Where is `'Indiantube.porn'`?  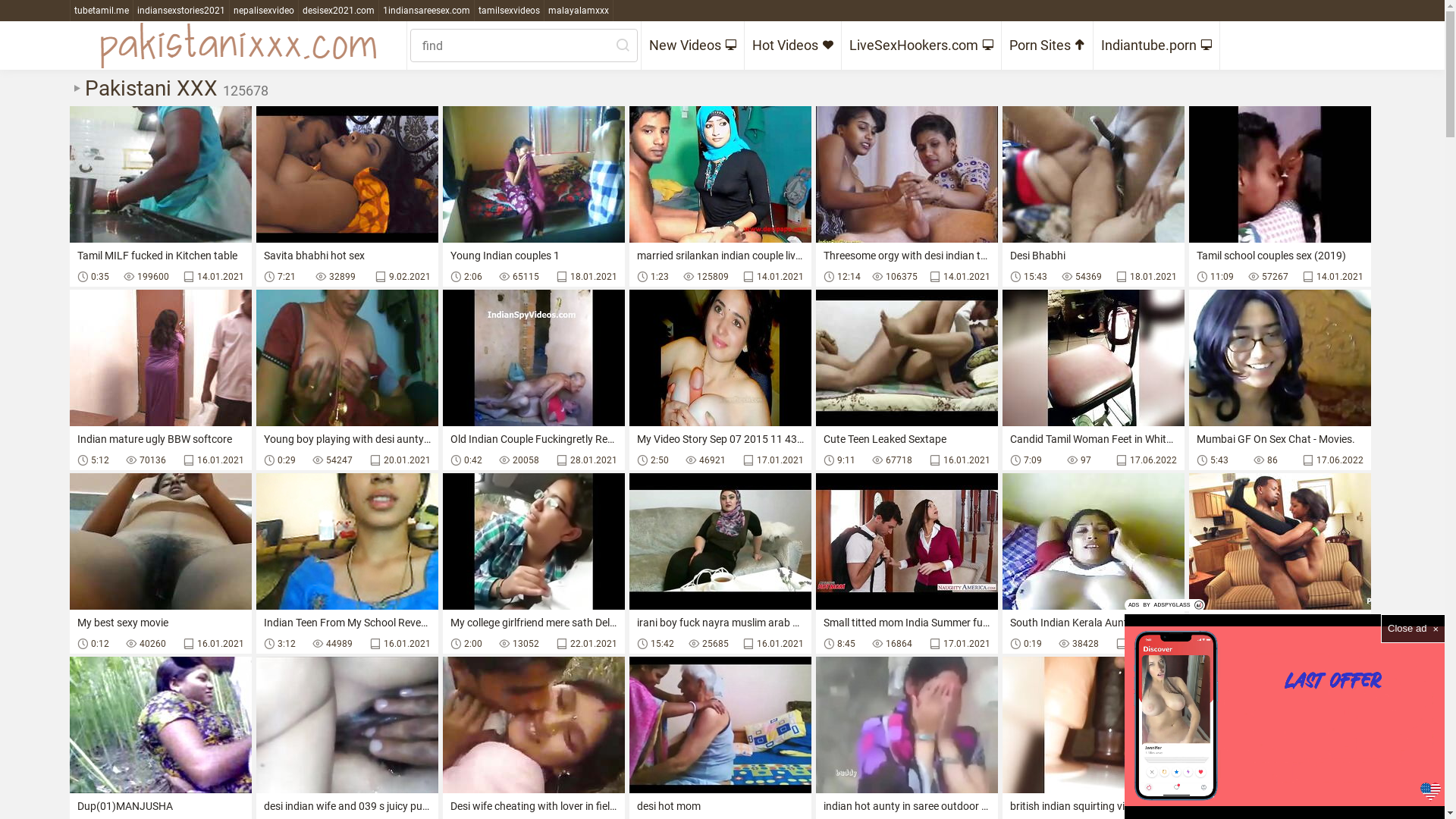
'Indiantube.porn' is located at coordinates (1156, 45).